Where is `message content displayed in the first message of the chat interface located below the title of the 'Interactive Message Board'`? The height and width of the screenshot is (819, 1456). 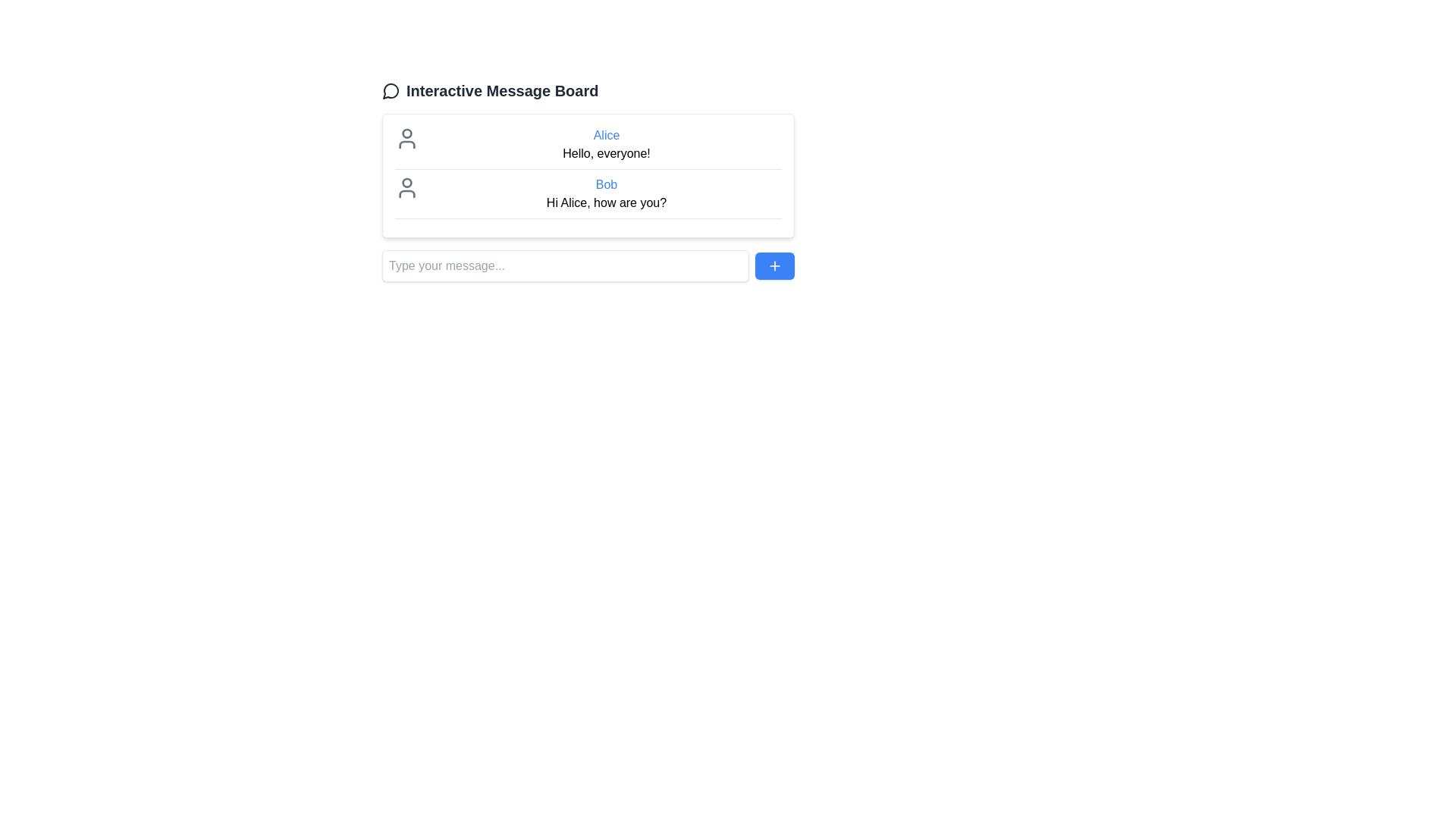
message content displayed in the first message of the chat interface located below the title of the 'Interactive Message Board' is located at coordinates (607, 145).